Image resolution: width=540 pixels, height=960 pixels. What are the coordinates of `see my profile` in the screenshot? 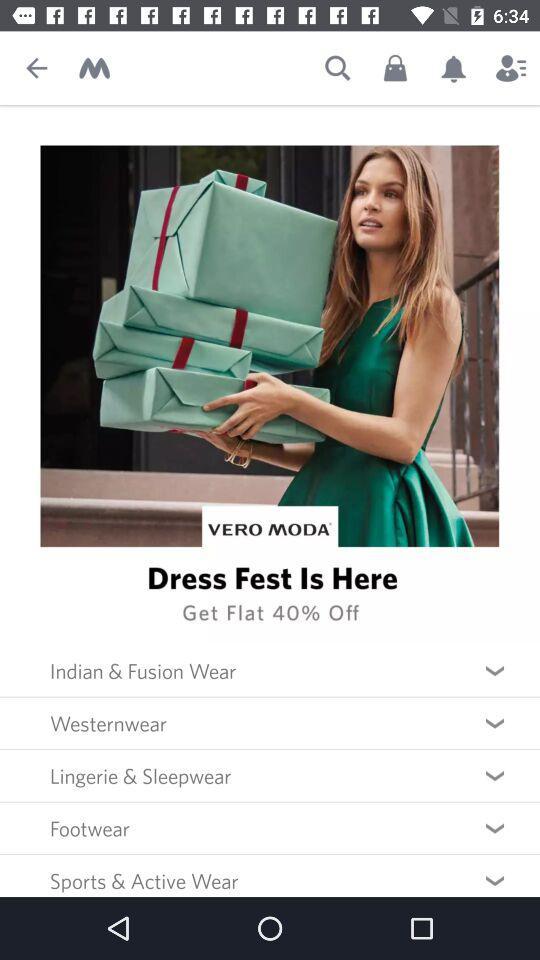 It's located at (511, 68).